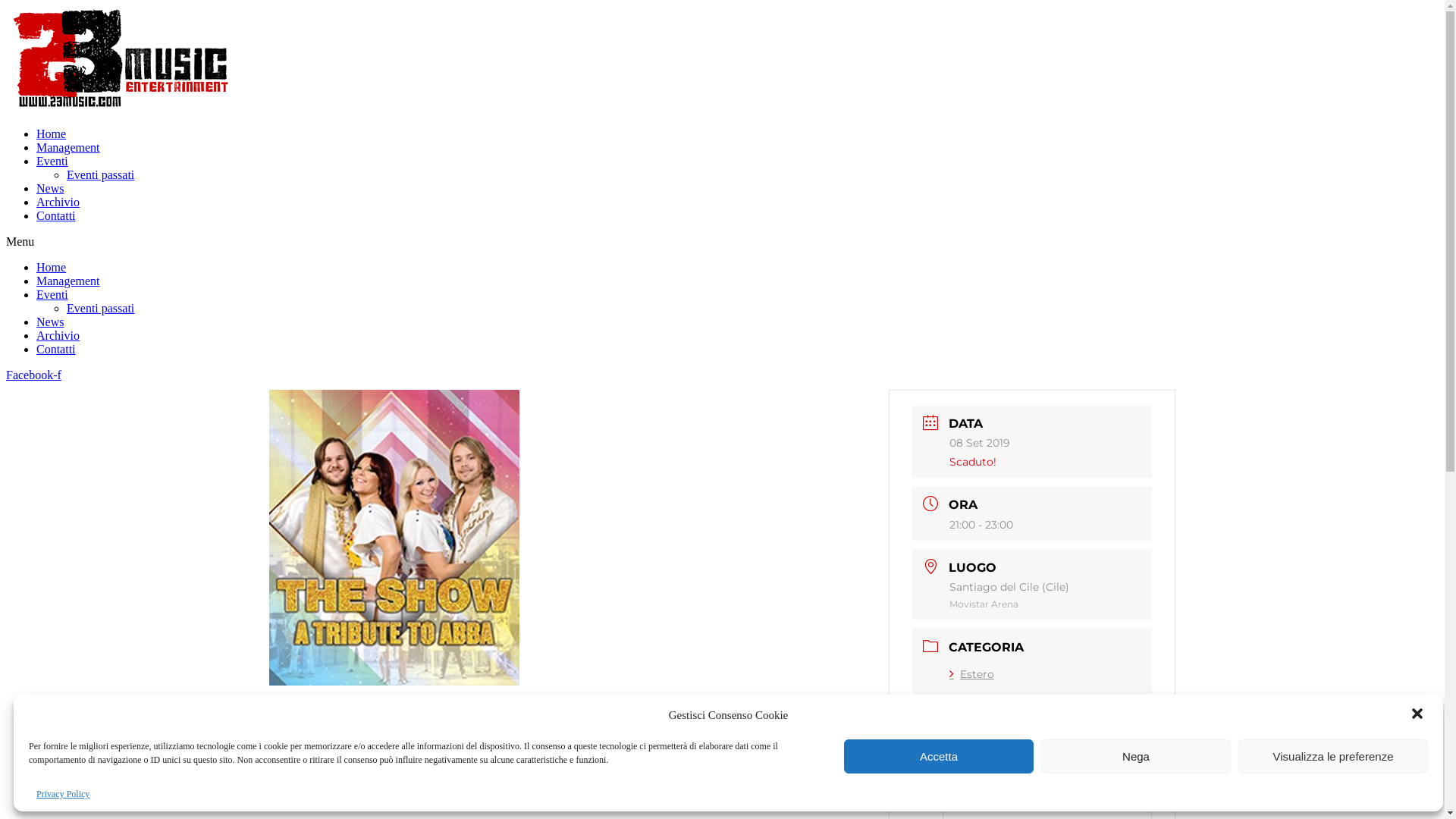 The image size is (1456, 819). What do you see at coordinates (6, 375) in the screenshot?
I see `'Facebook-f'` at bounding box center [6, 375].